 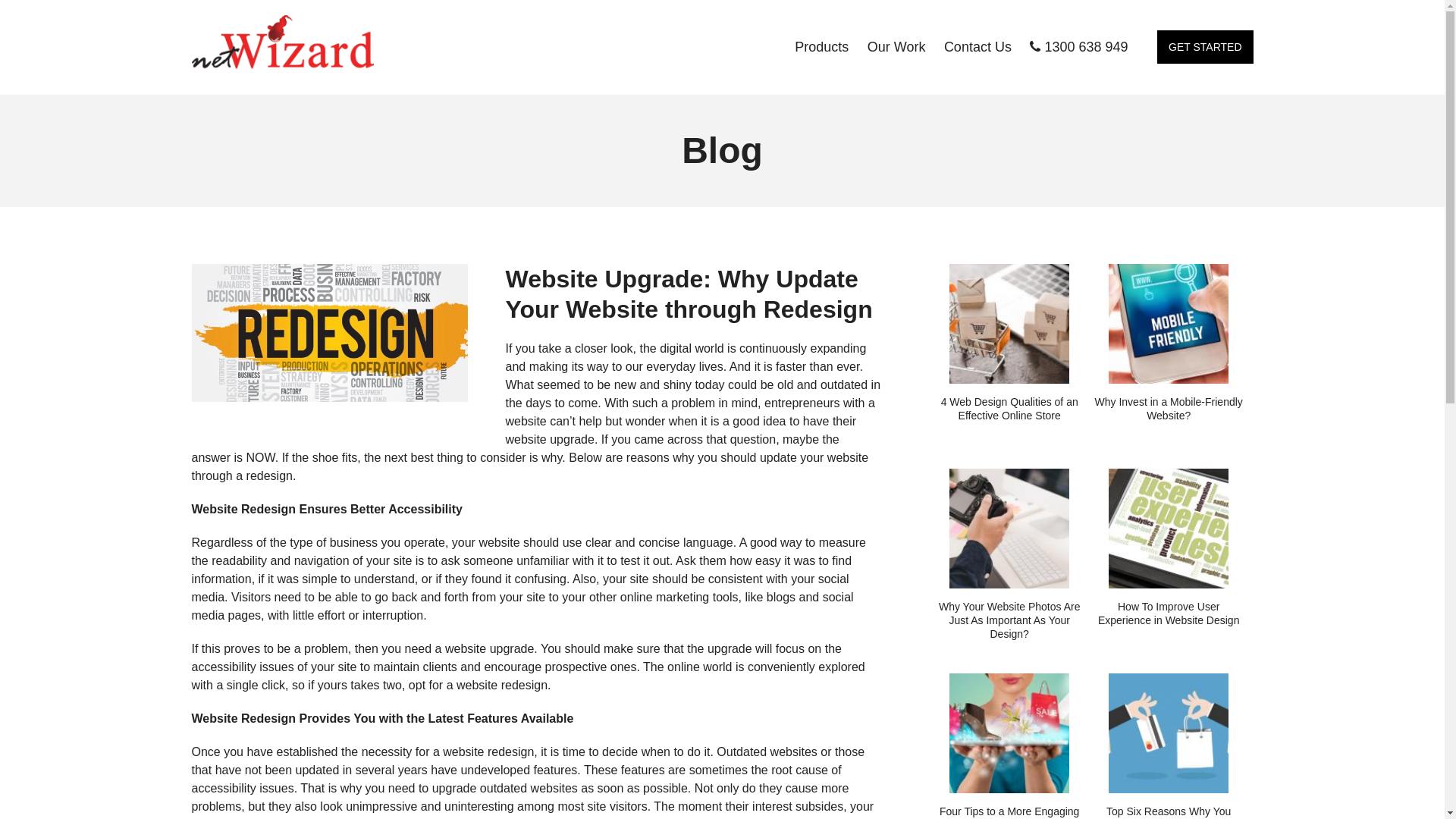 I want to click on 'GET STARTED', so click(x=1203, y=45).